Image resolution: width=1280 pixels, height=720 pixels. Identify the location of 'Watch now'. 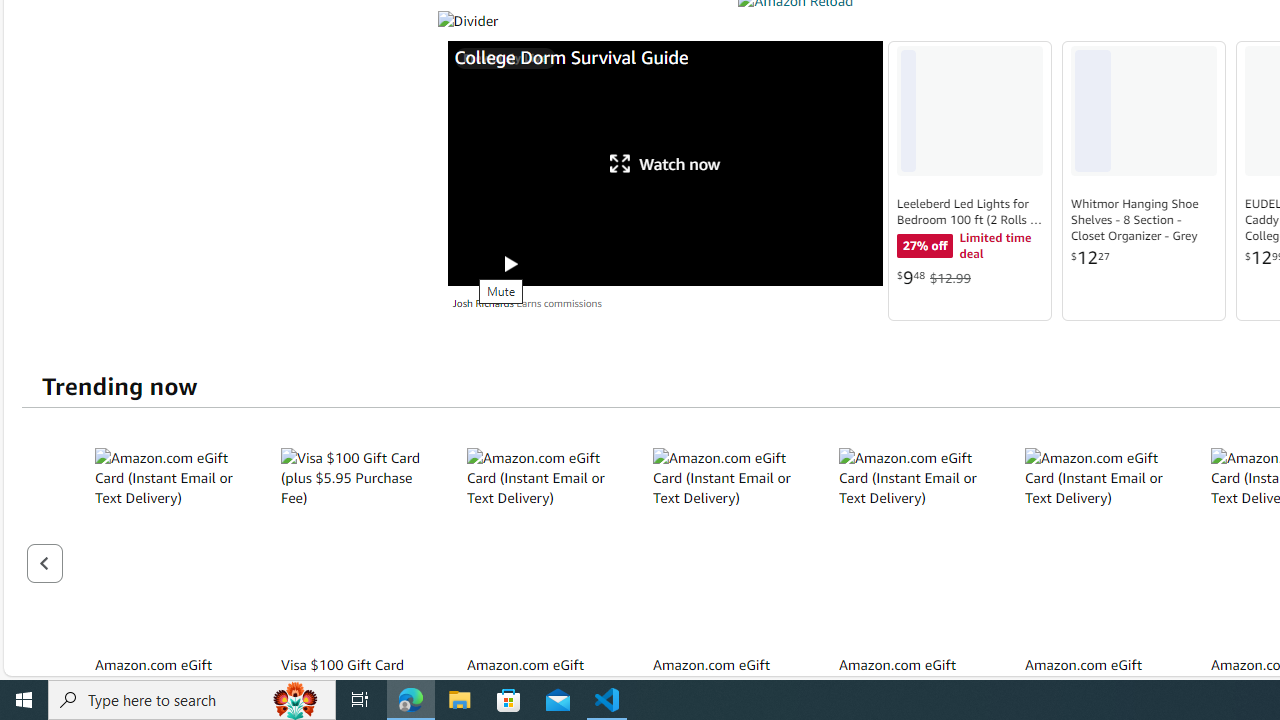
(665, 162).